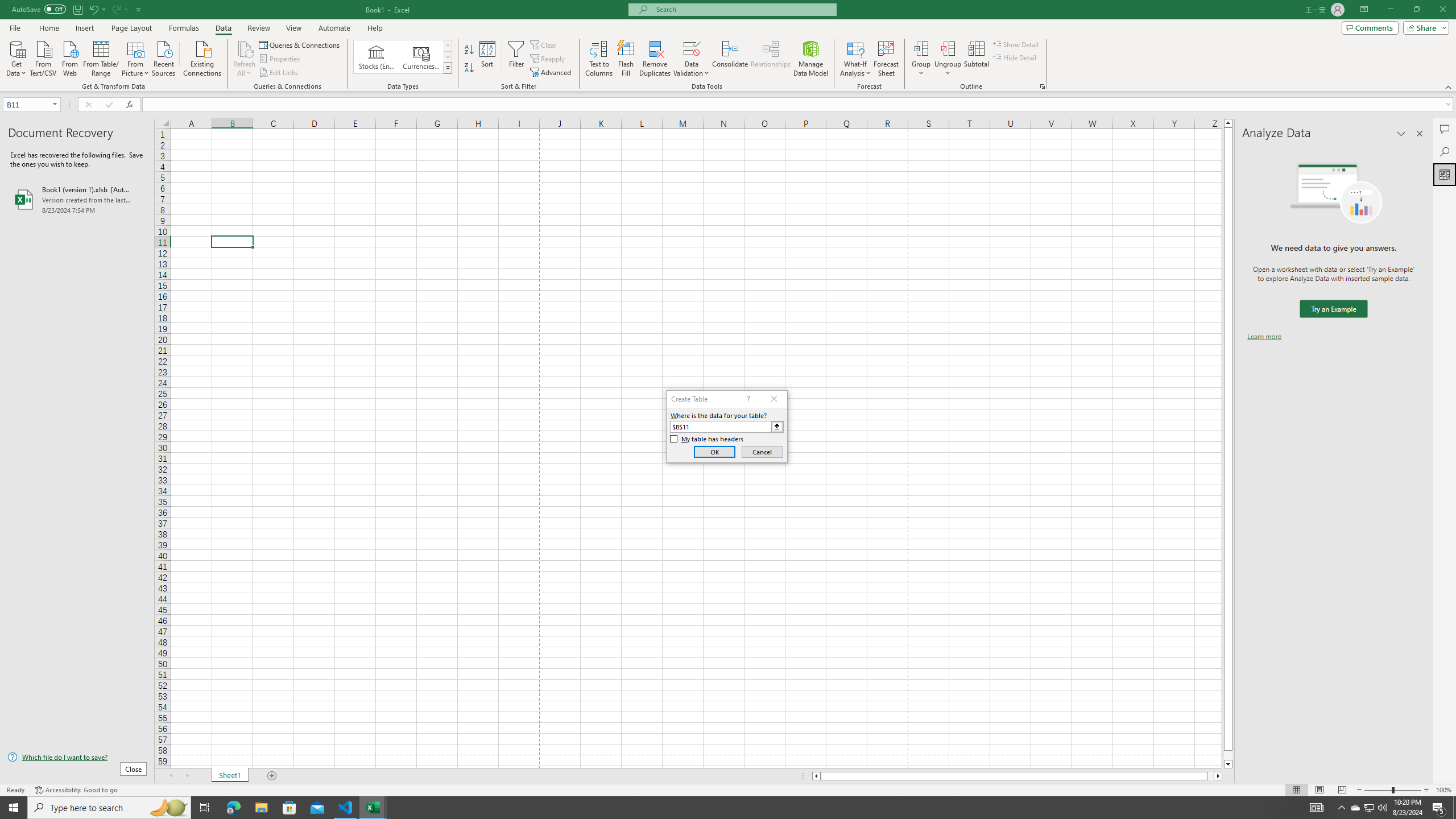 The image size is (1456, 819). I want to click on 'Queries & Connections', so click(300, 44).